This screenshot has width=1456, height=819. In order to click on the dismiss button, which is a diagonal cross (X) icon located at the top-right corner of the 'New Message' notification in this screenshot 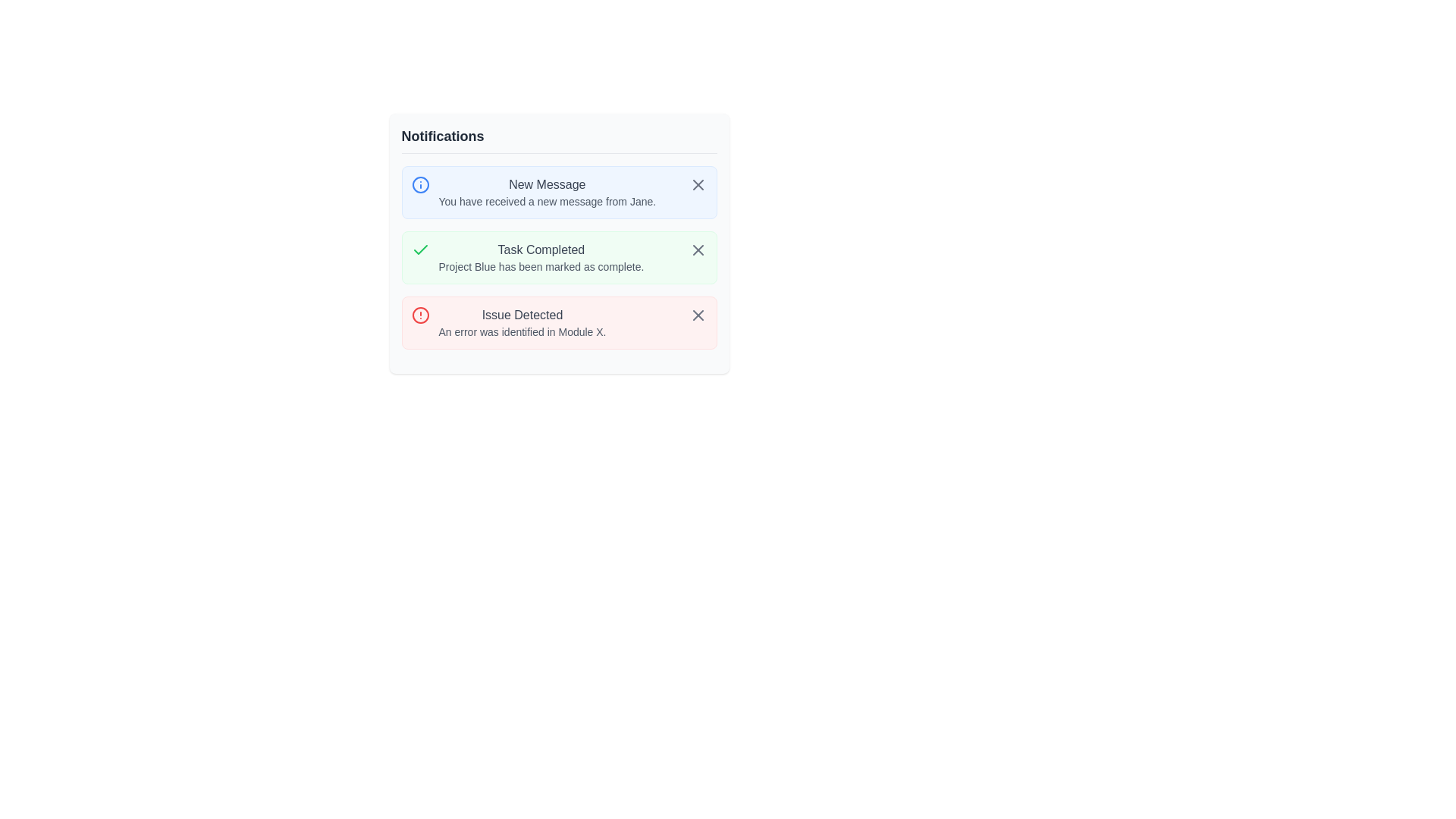, I will do `click(697, 184)`.